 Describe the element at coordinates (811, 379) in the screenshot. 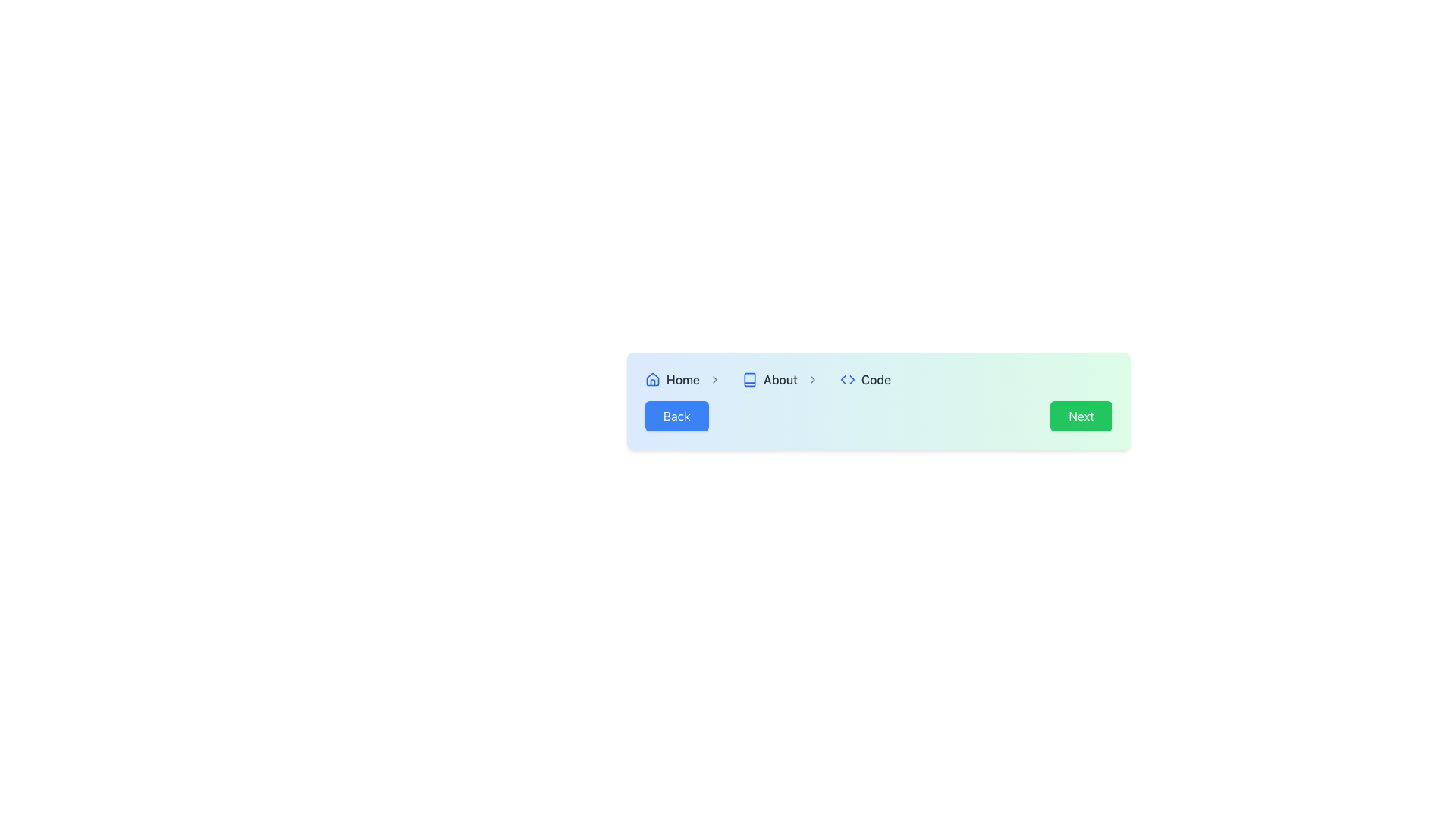

I see `the chevron icon located to the right of the 'About' link in the breadcrumb navigation bar, which indicates the hierarchical relationship of the current page` at that location.